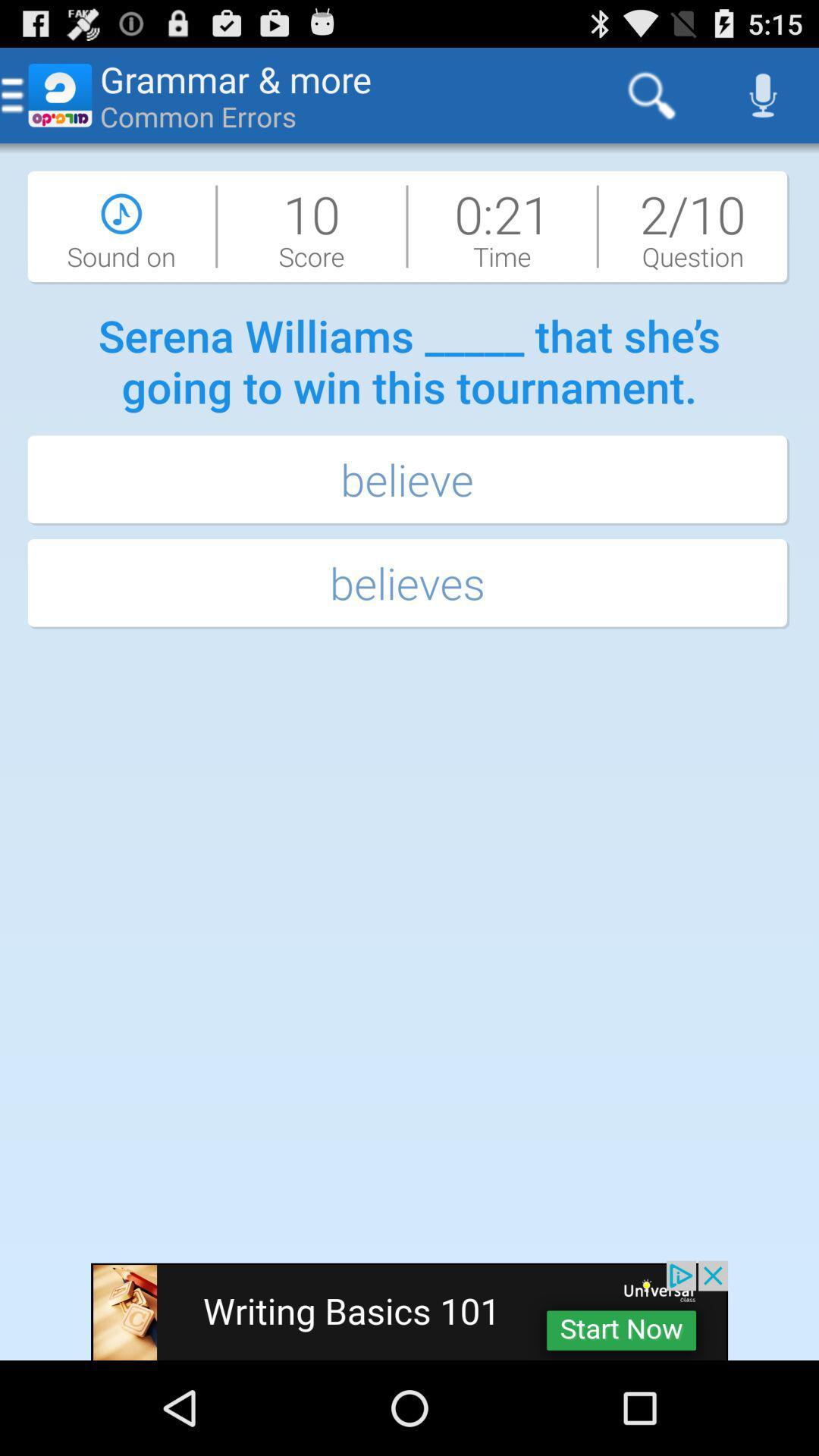  What do you see at coordinates (121, 225) in the screenshot?
I see `the first icon which is below the common errors` at bounding box center [121, 225].